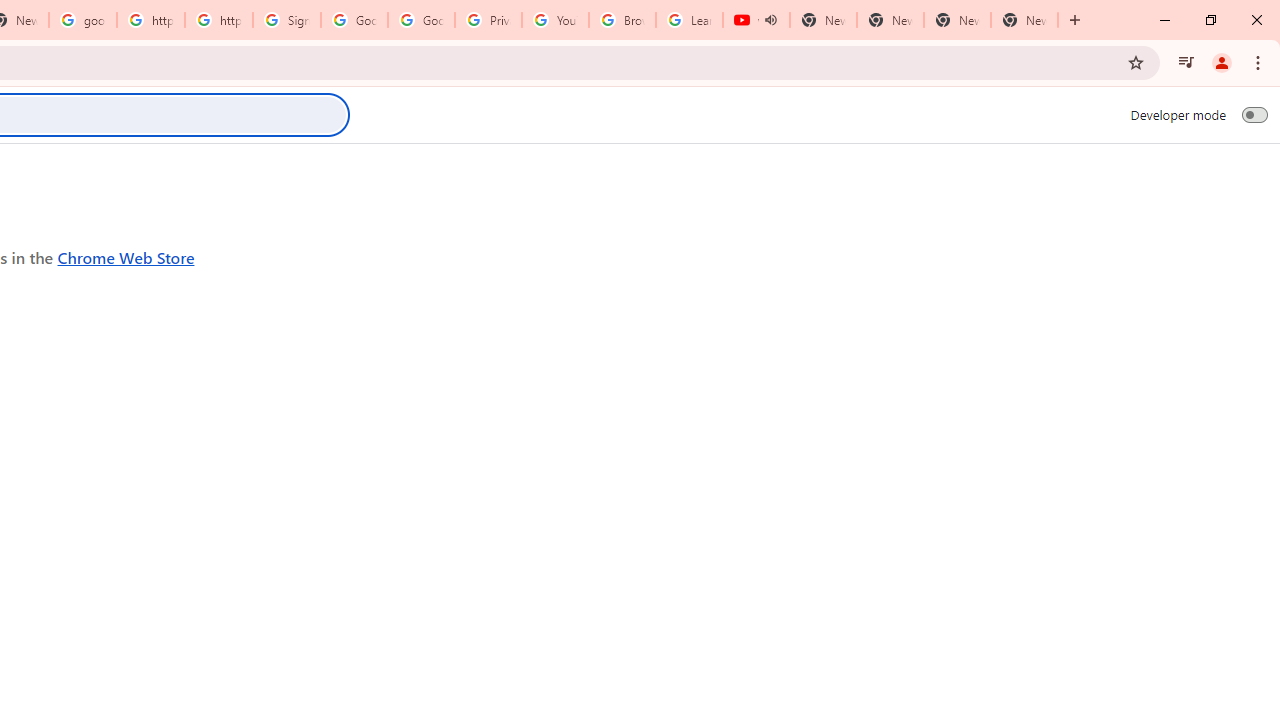 This screenshot has width=1280, height=720. What do you see at coordinates (1254, 114) in the screenshot?
I see `'Developer mode'` at bounding box center [1254, 114].